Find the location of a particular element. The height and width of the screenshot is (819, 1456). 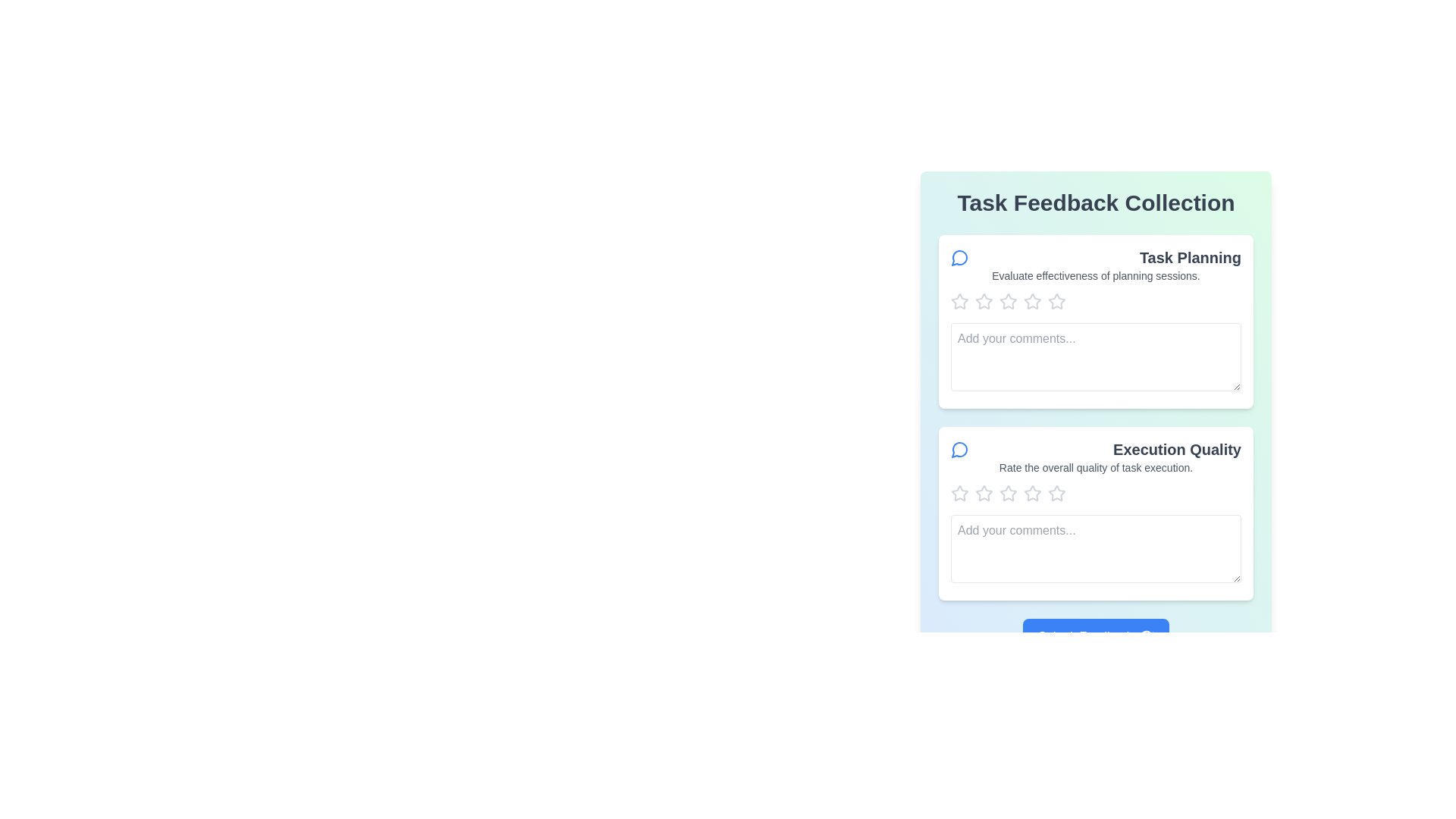

the third star icon in the five-star rating interface under 'Execution Quality' is located at coordinates (984, 494).